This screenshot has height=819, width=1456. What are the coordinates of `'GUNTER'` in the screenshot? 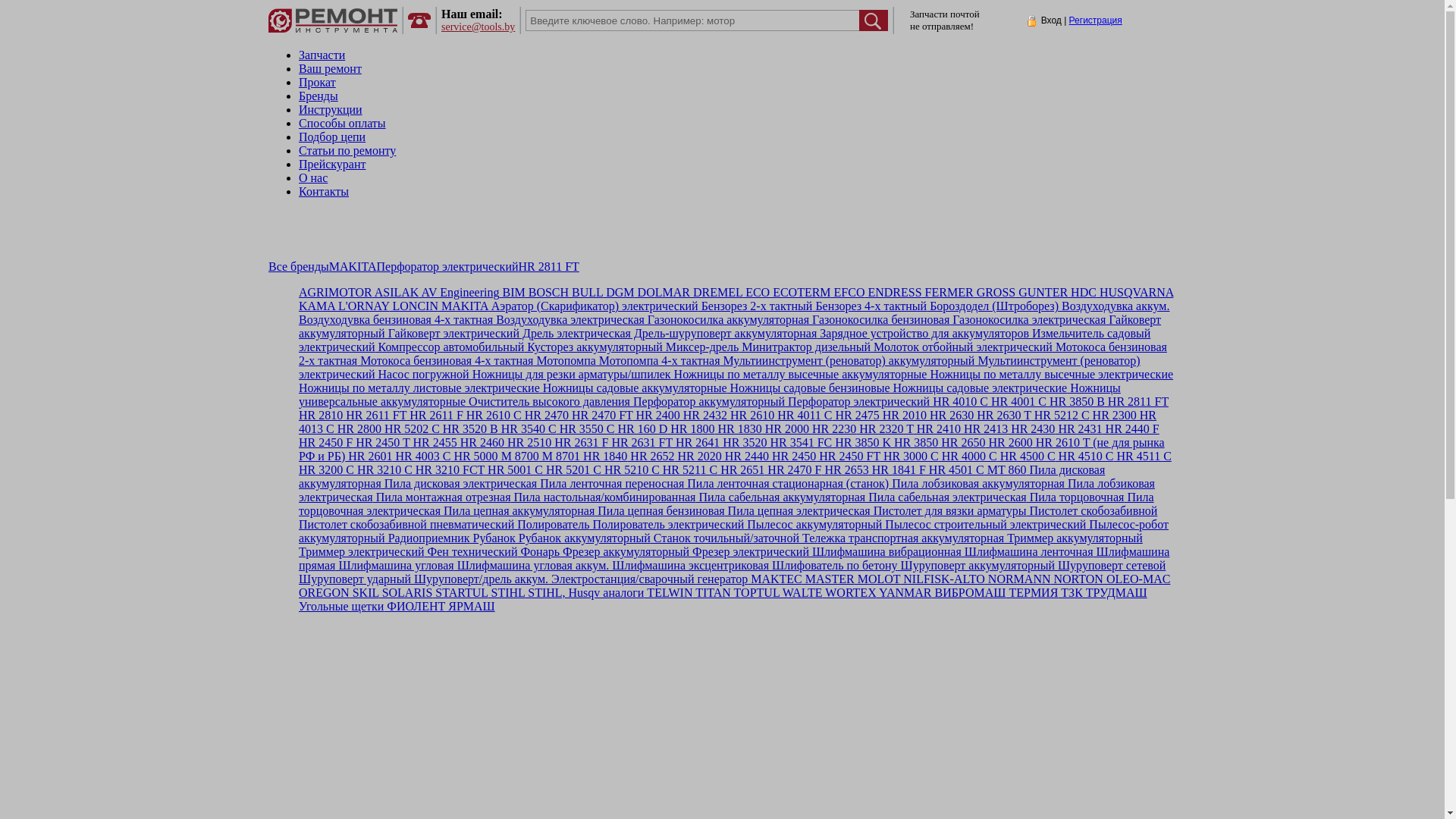 It's located at (1040, 292).